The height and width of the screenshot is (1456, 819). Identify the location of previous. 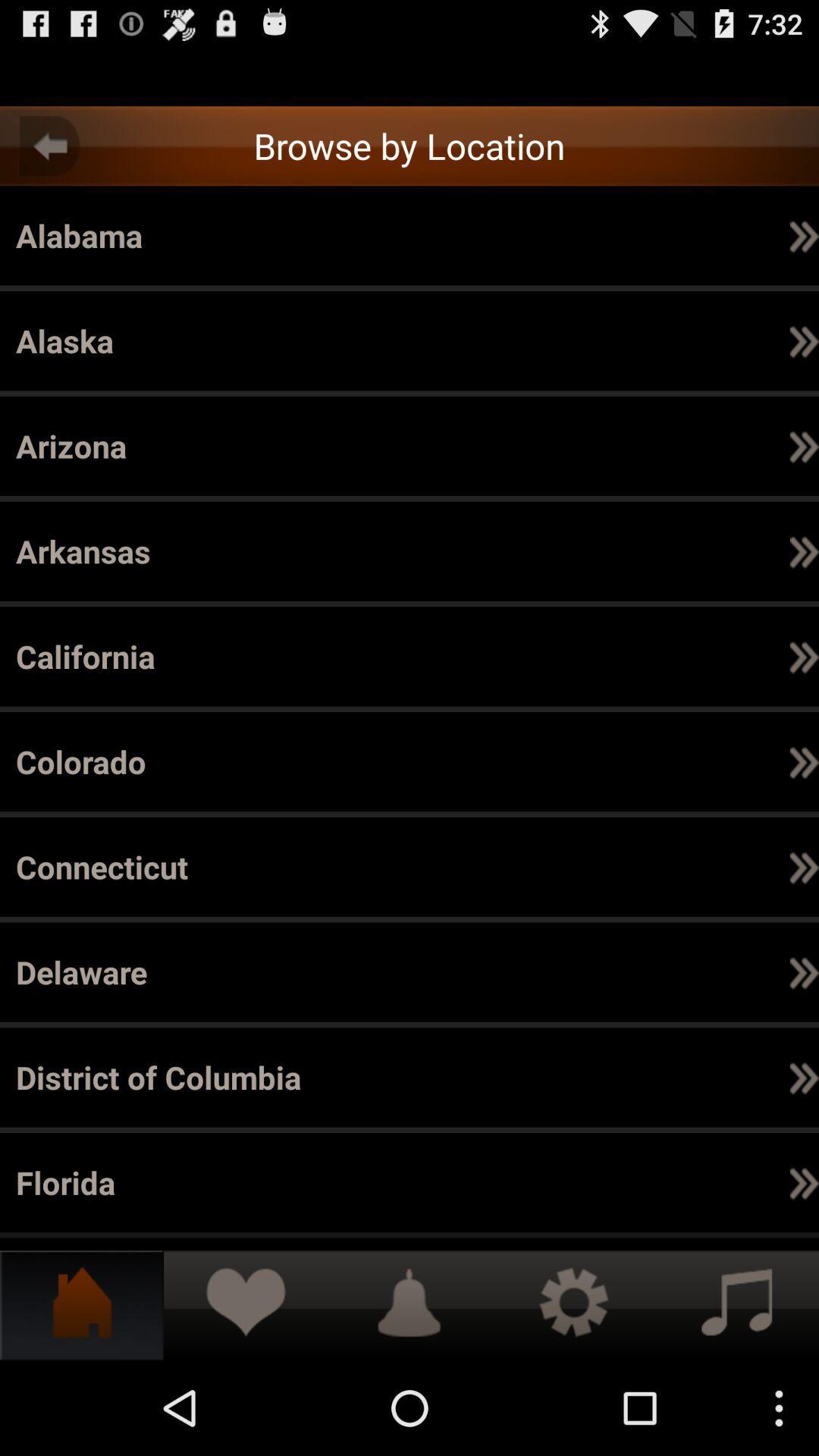
(49, 146).